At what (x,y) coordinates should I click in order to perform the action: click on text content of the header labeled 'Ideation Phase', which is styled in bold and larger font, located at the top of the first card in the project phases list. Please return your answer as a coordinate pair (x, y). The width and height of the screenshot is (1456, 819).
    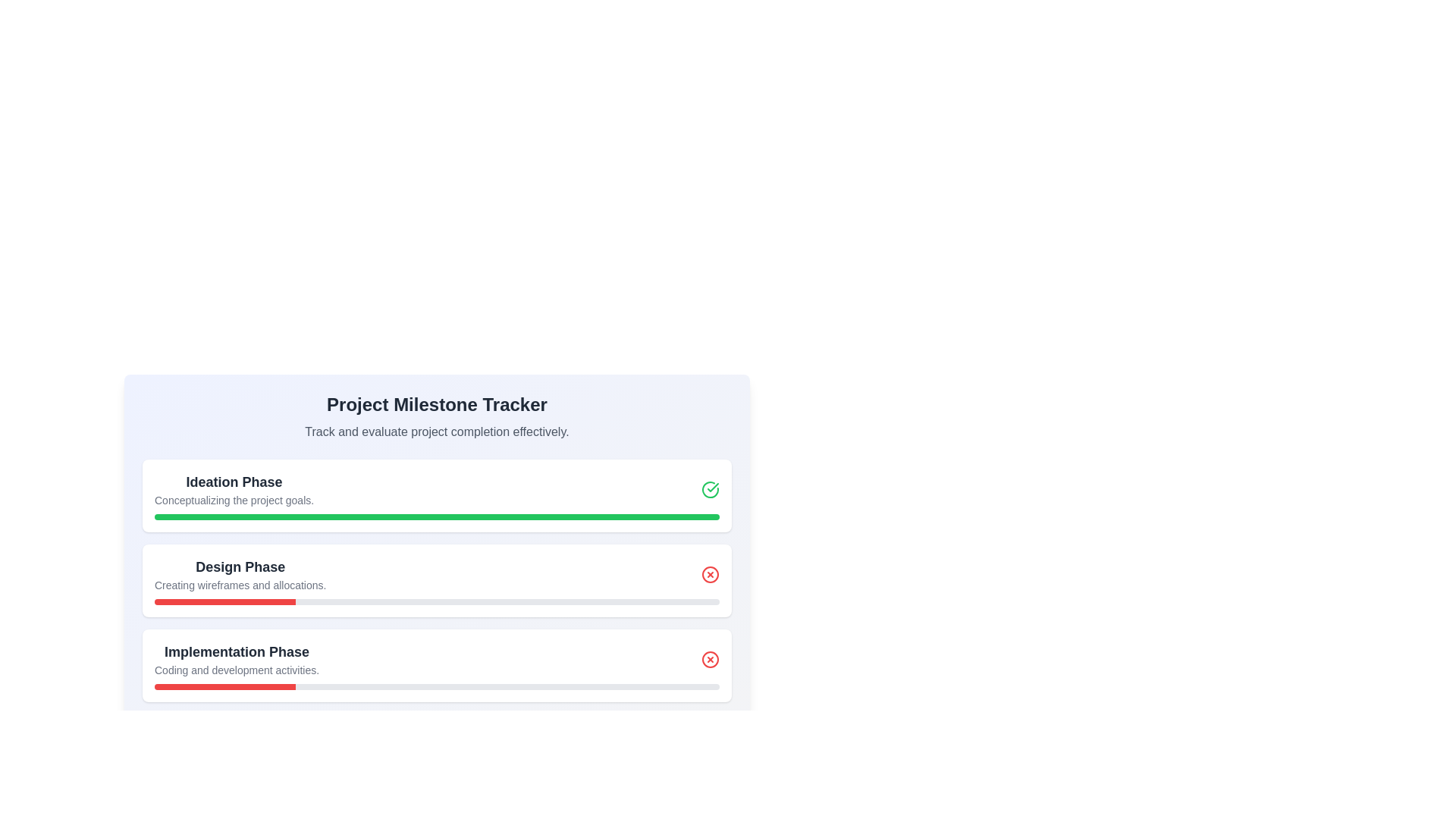
    Looking at the image, I should click on (234, 482).